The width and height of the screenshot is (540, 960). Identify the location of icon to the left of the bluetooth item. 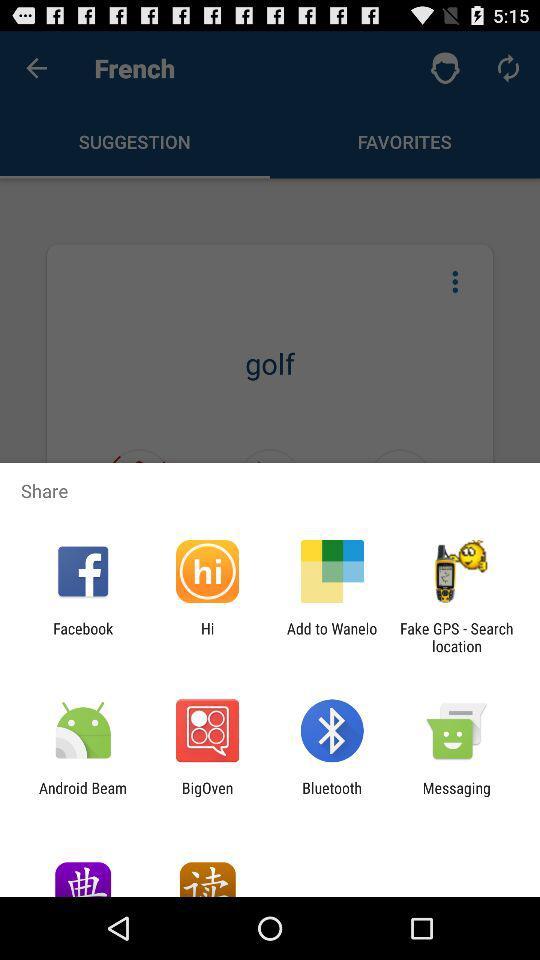
(206, 796).